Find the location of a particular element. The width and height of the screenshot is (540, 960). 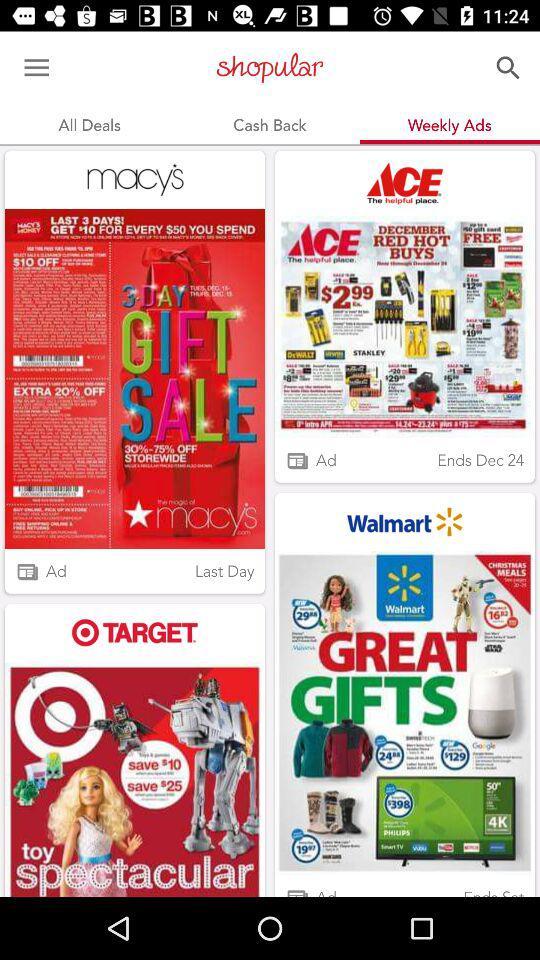

the item above weekly ads is located at coordinates (508, 68).